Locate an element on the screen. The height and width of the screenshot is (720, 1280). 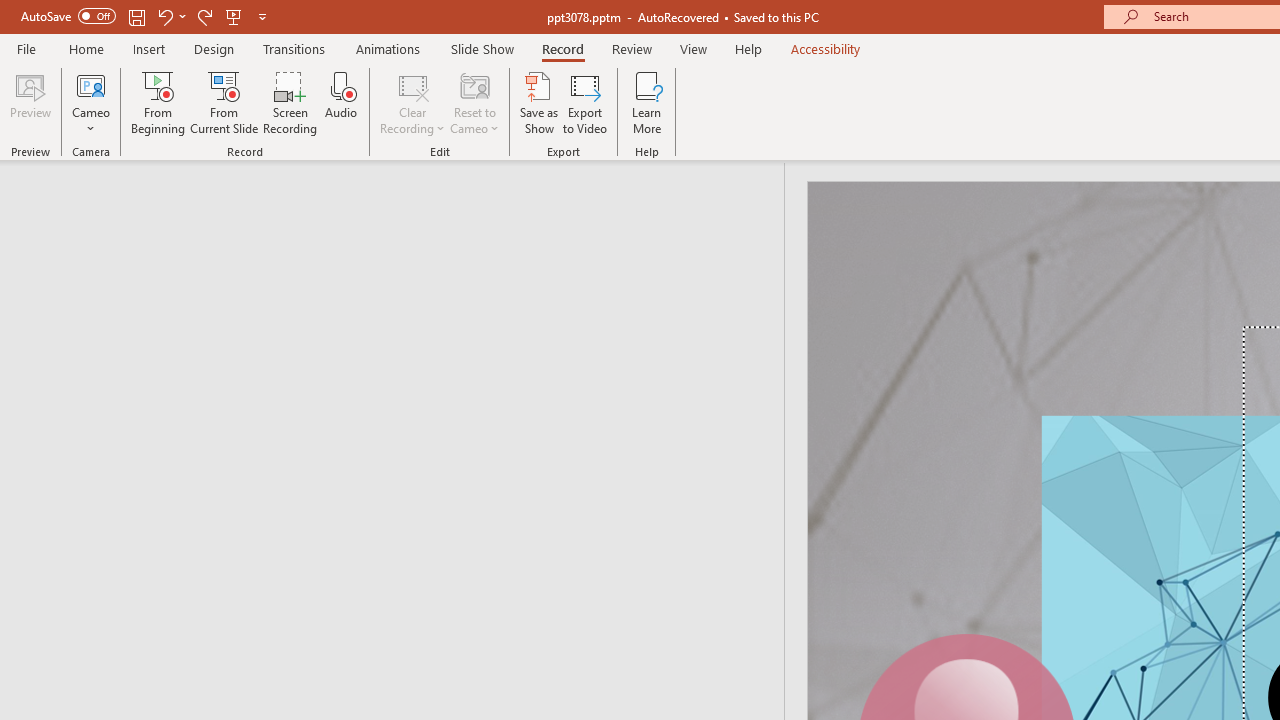
'From Current Slide...' is located at coordinates (224, 103).